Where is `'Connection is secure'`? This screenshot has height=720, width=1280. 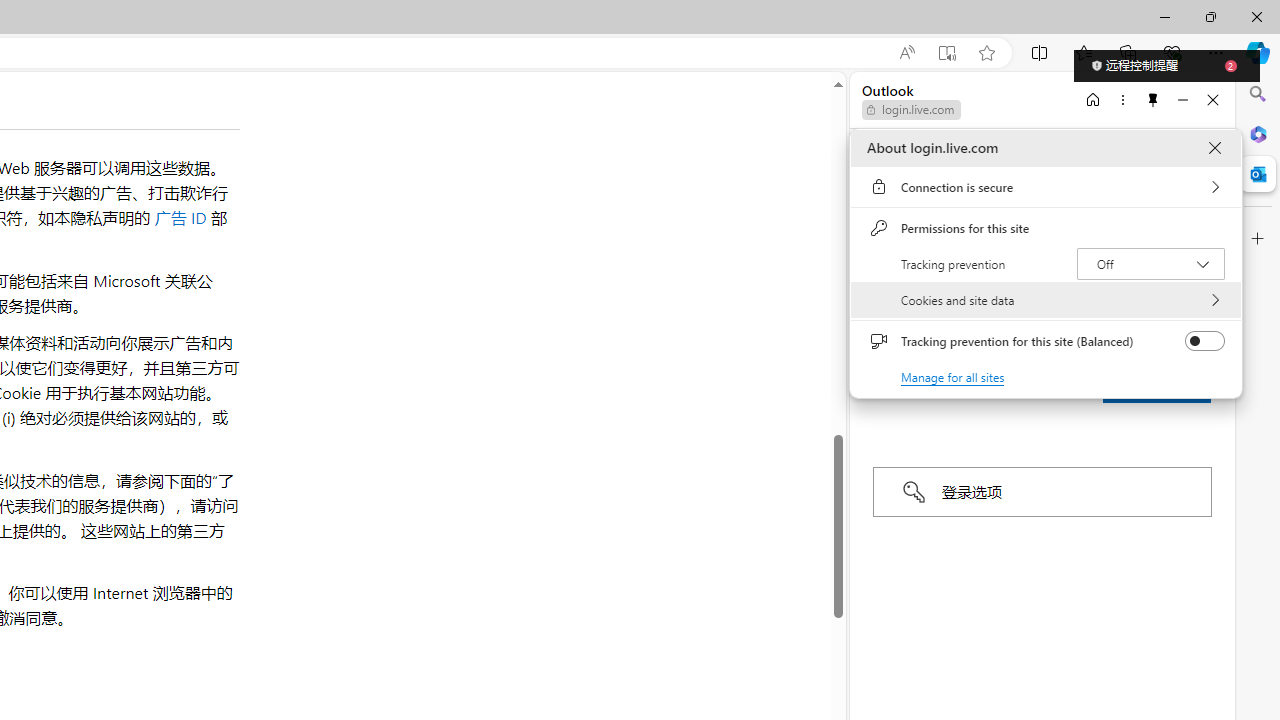 'Connection is secure' is located at coordinates (1045, 187).